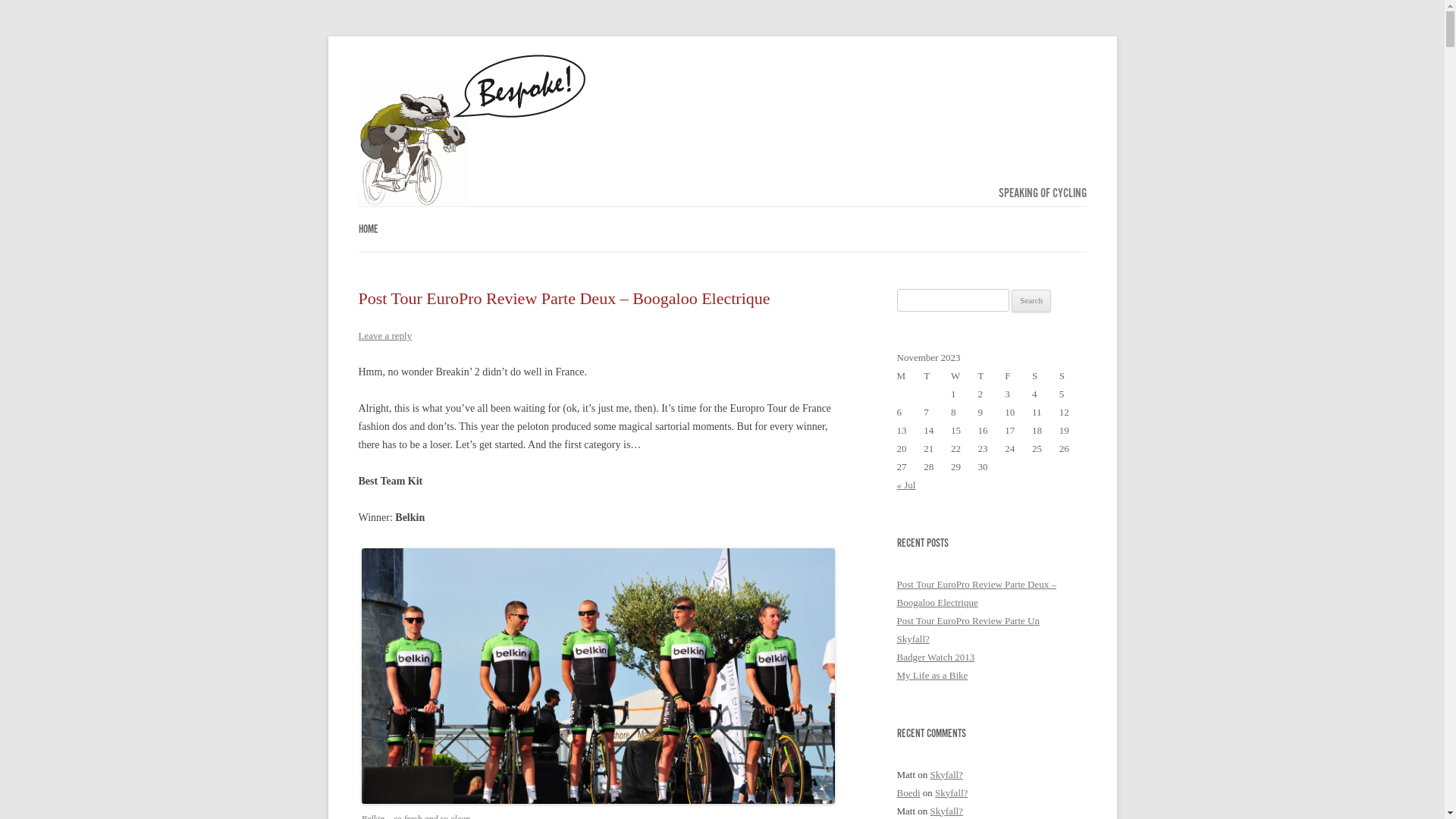 The image size is (1456, 819). What do you see at coordinates (946, 810) in the screenshot?
I see `'Skyfall?'` at bounding box center [946, 810].